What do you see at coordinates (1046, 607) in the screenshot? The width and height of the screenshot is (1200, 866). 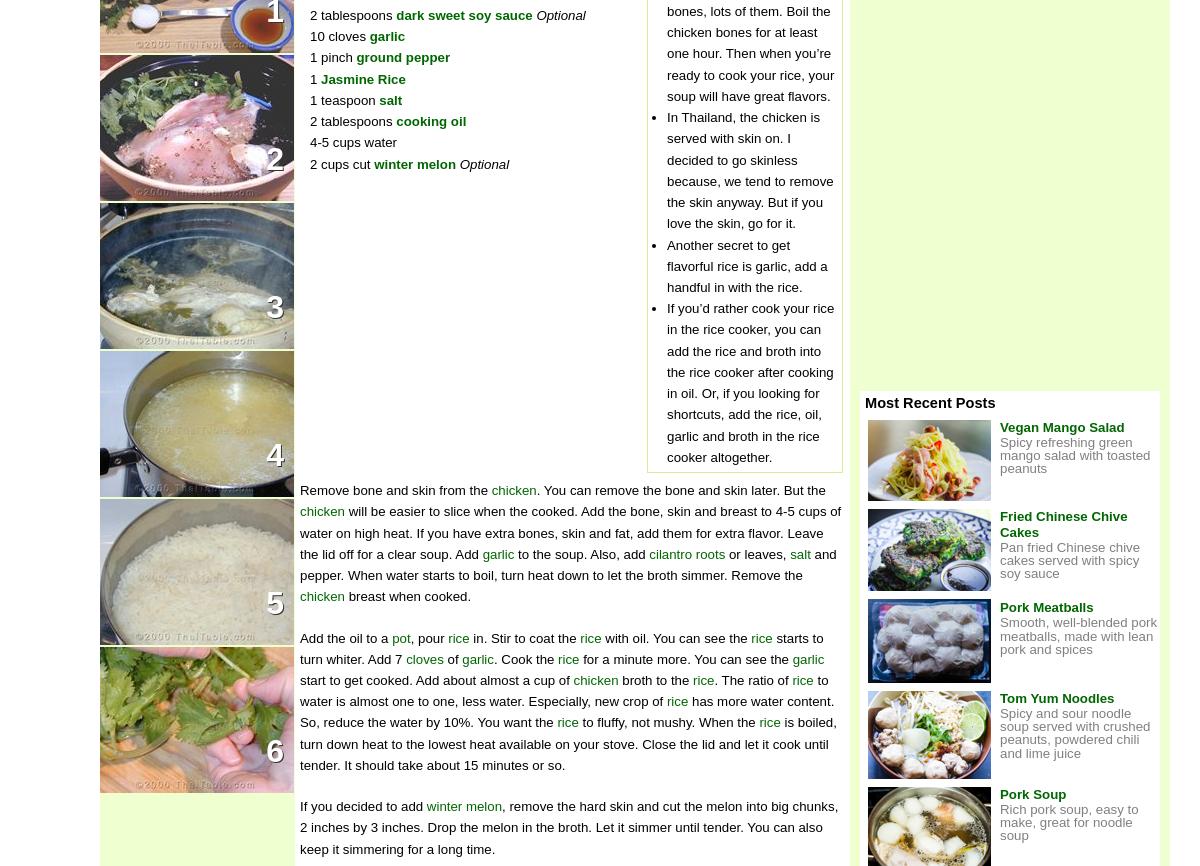 I see `'Pork Meatballs'` at bounding box center [1046, 607].